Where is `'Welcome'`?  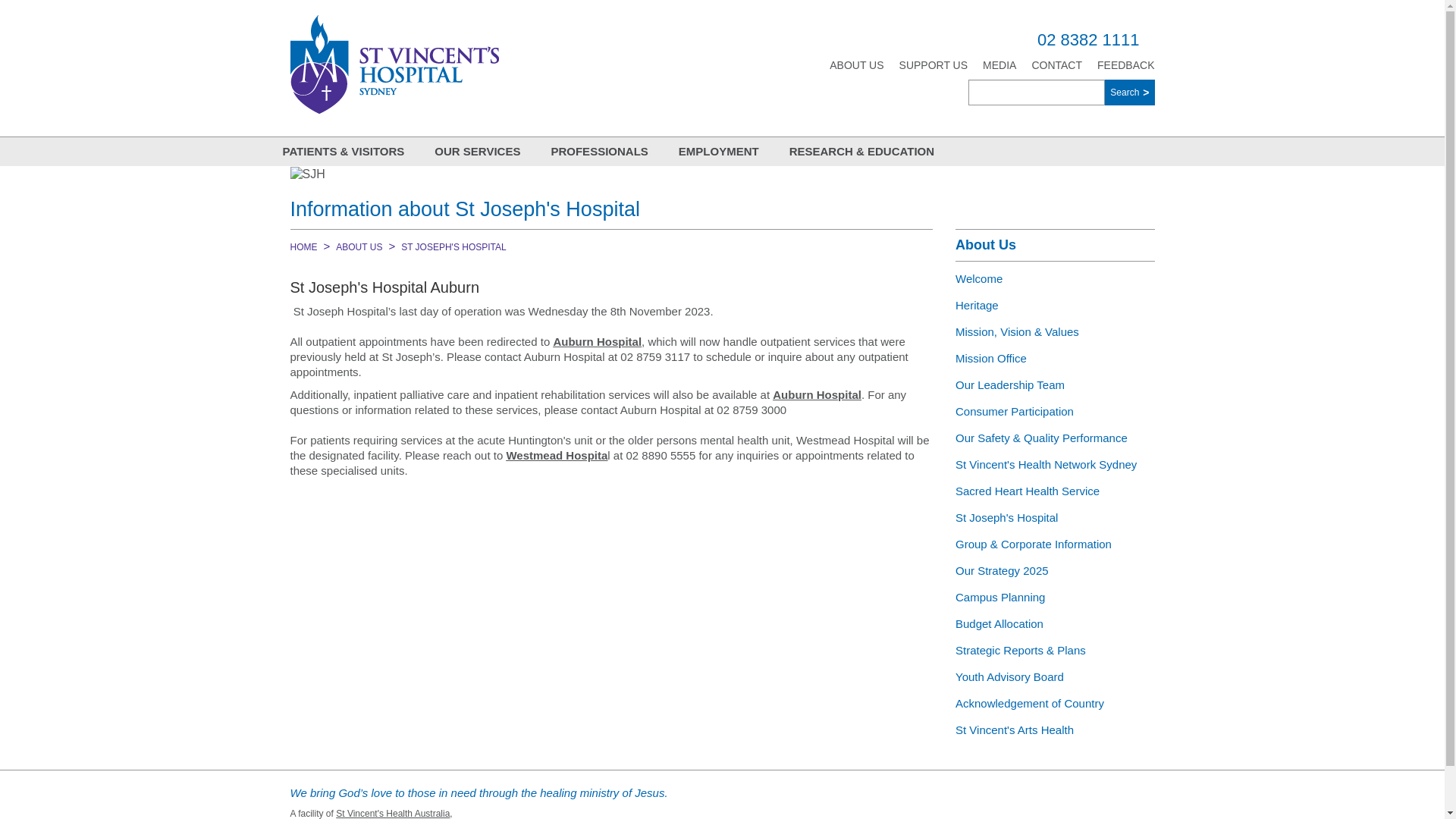
'Welcome' is located at coordinates (1054, 278).